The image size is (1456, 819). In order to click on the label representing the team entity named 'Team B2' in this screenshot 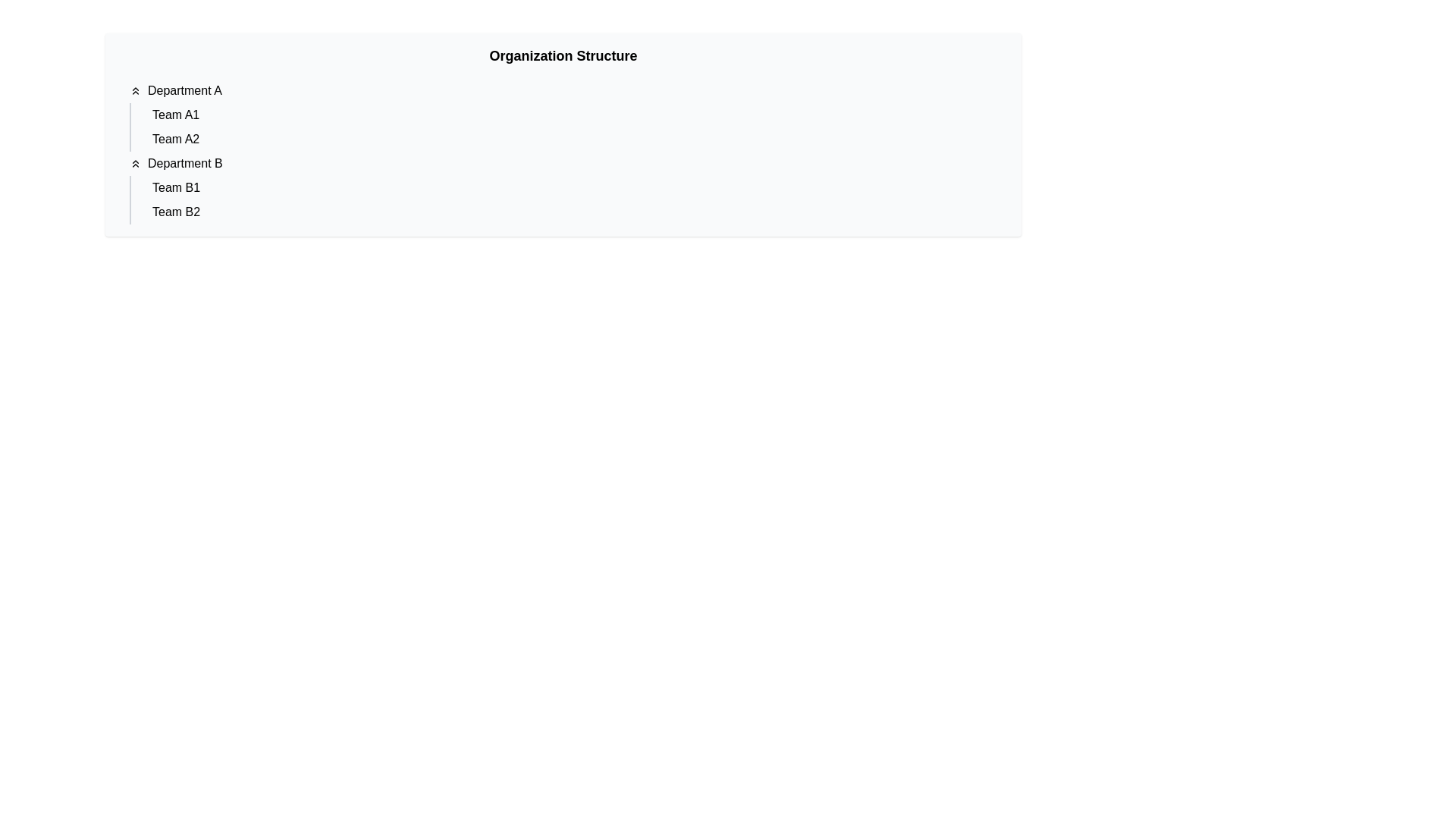, I will do `click(175, 212)`.